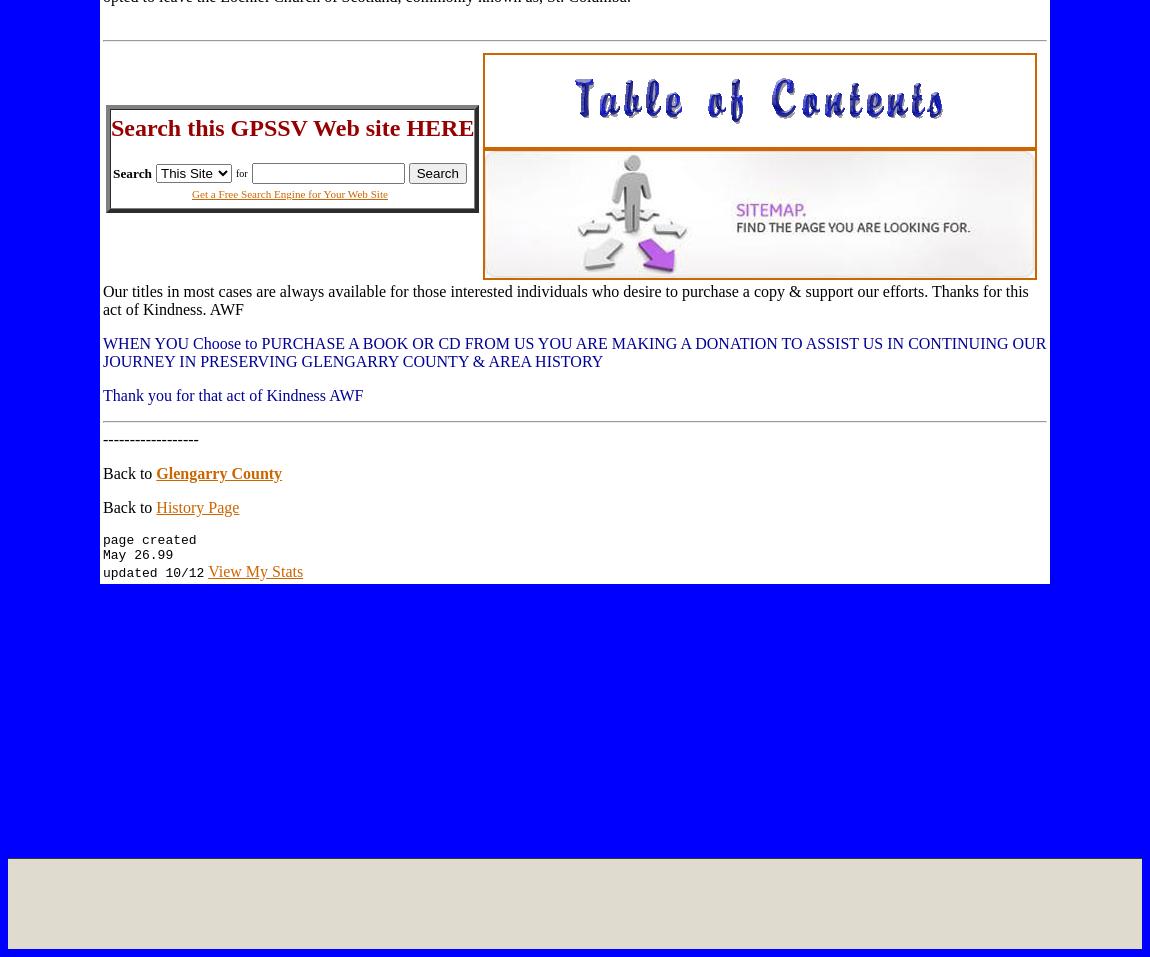  What do you see at coordinates (292, 126) in the screenshot?
I see `'Search this GPSSV Web site HERE'` at bounding box center [292, 126].